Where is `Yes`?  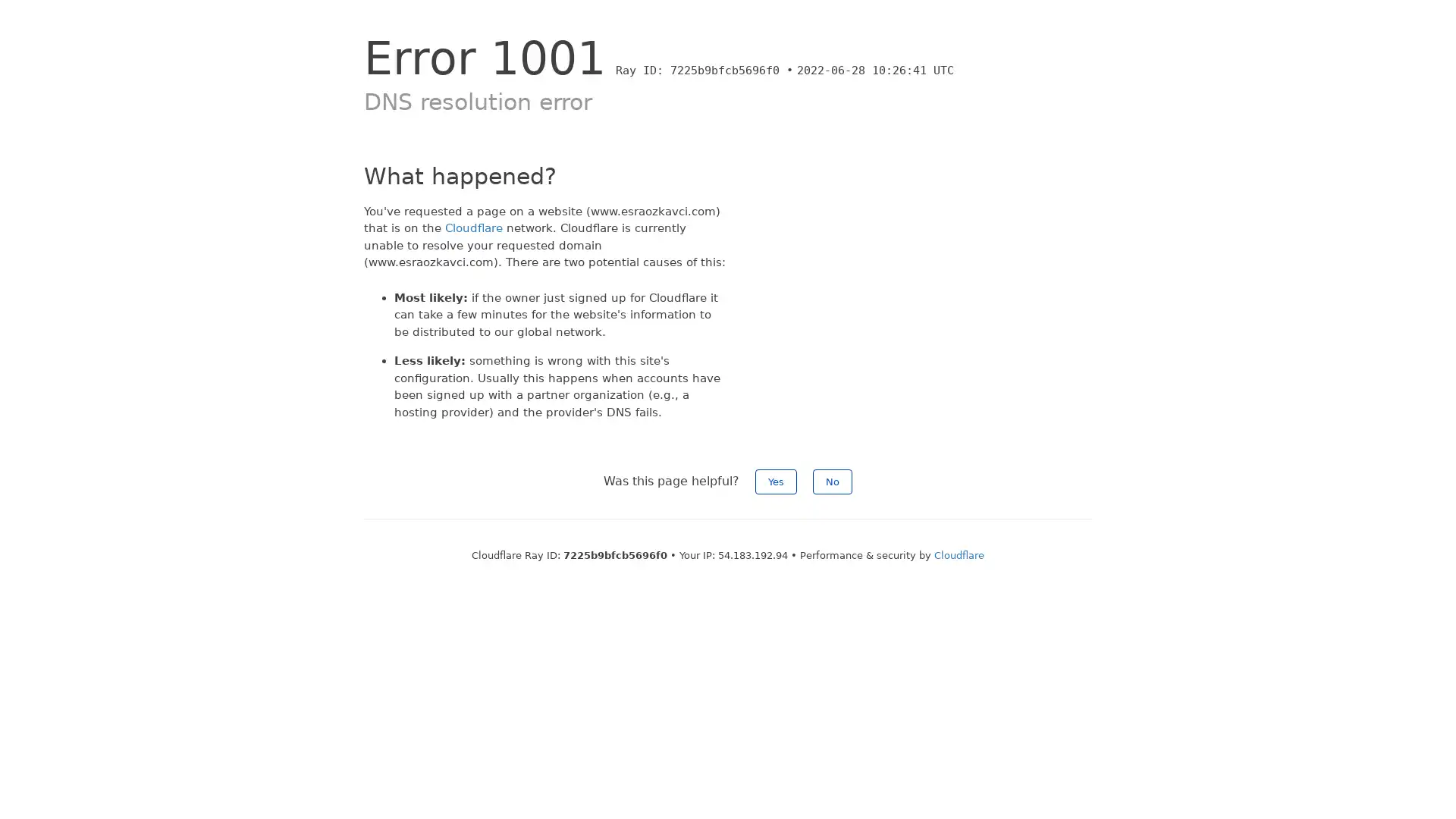 Yes is located at coordinates (776, 482).